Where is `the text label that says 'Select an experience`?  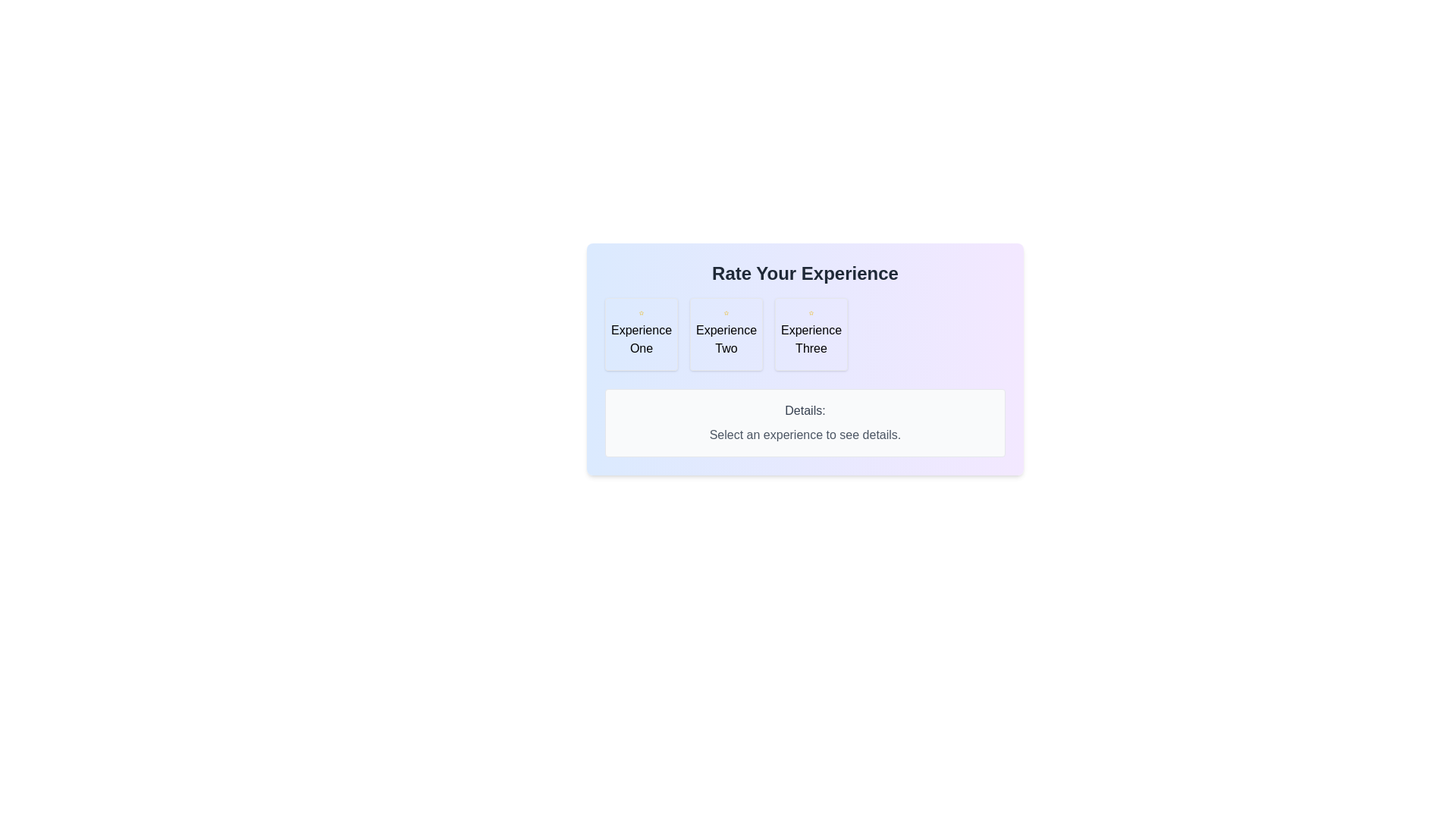
the text label that says 'Select an experience is located at coordinates (804, 435).